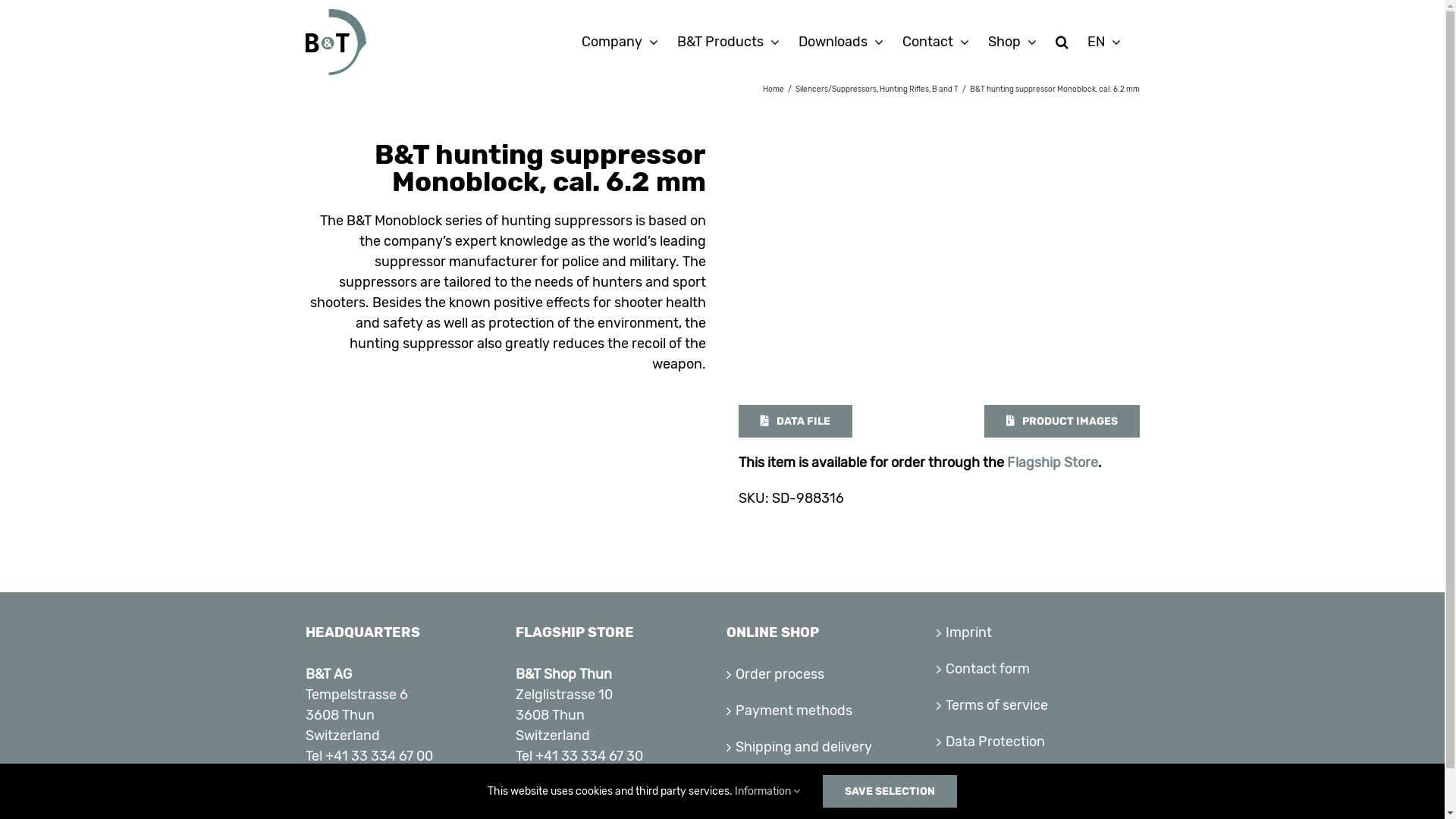 This screenshot has height=819, width=1456. I want to click on 'Contact form', so click(1037, 668).